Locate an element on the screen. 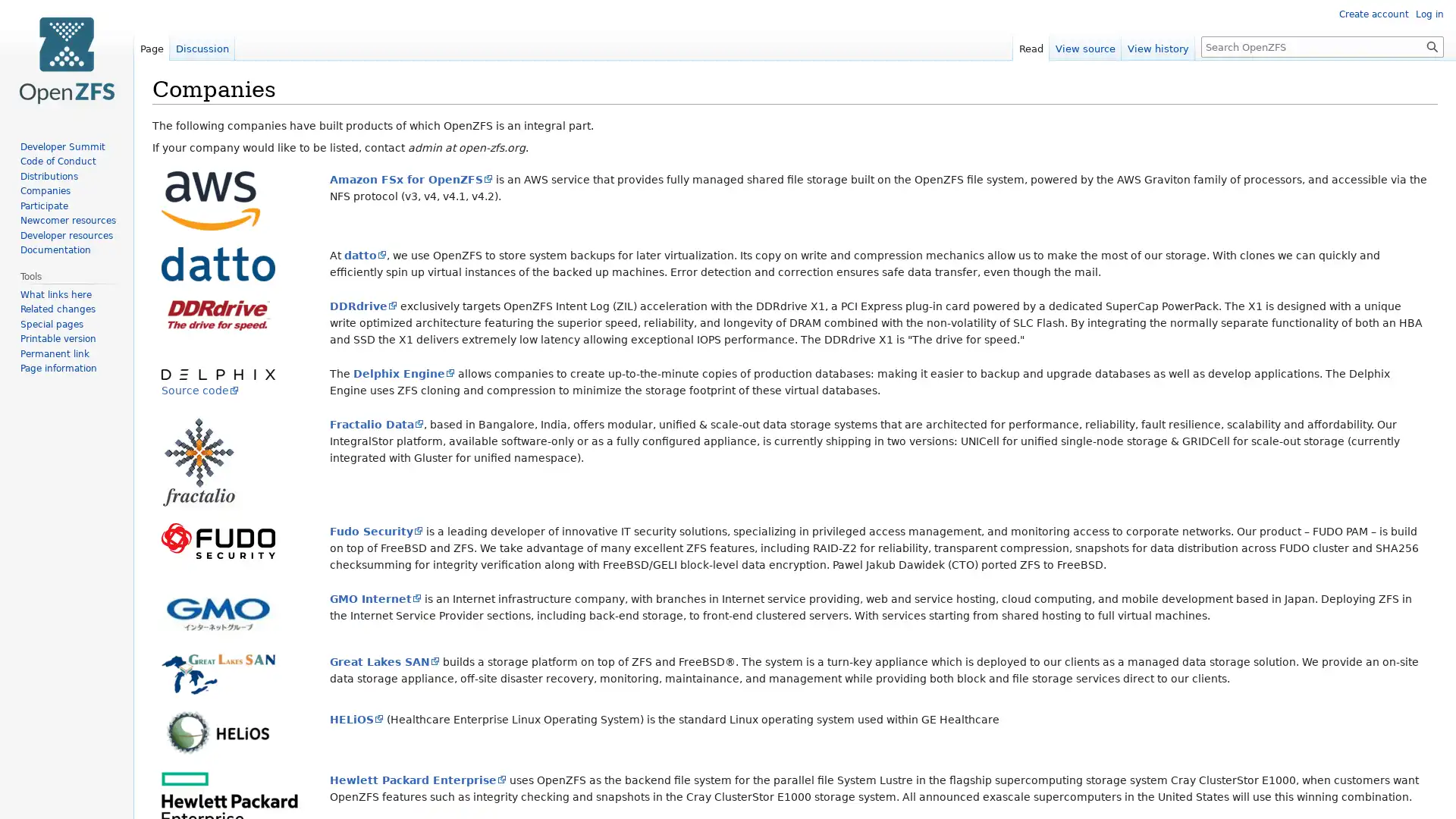 This screenshot has height=819, width=1456. Search is located at coordinates (1432, 45).